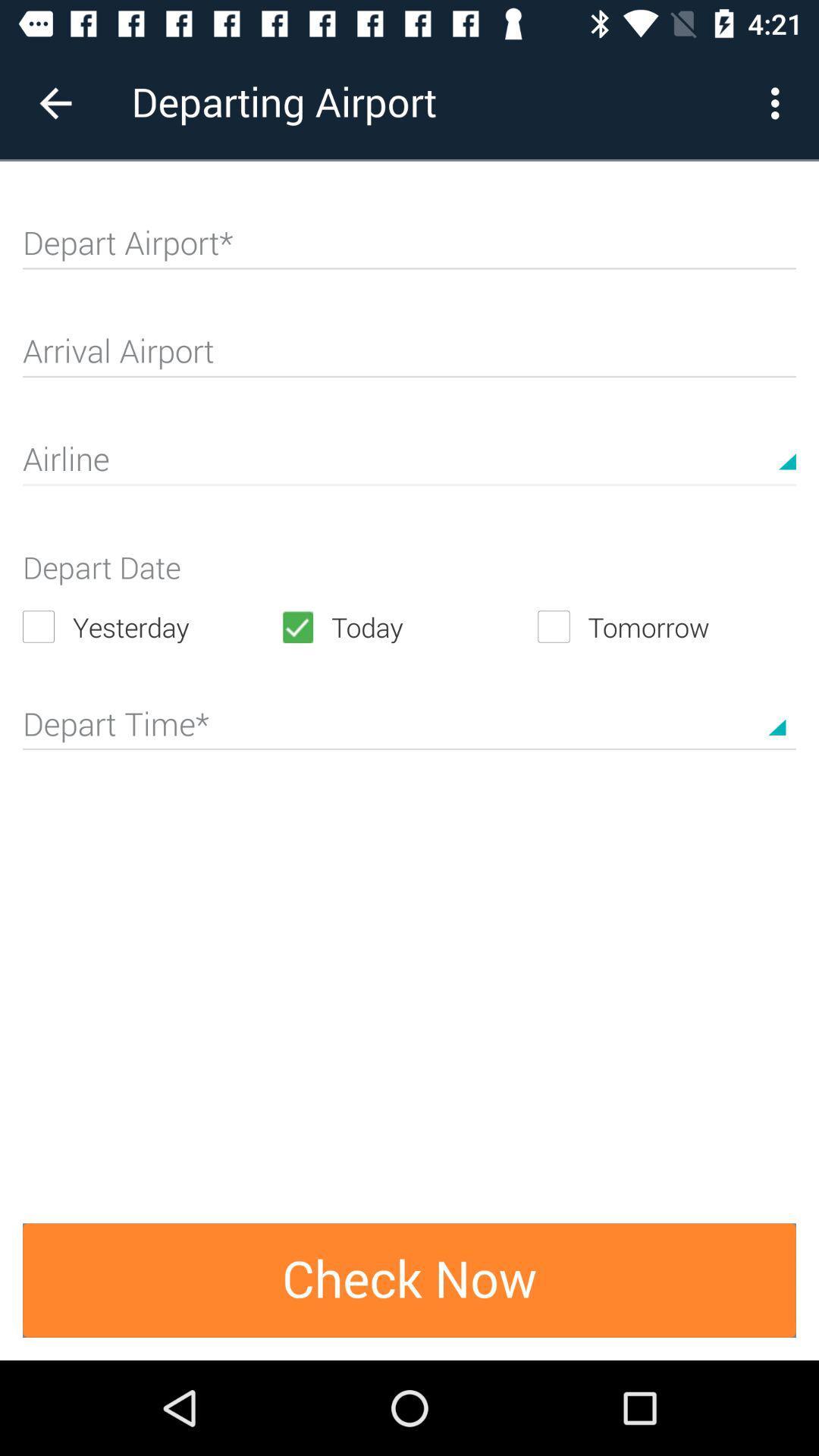 The image size is (819, 1456). I want to click on arrival airport search field, so click(409, 356).